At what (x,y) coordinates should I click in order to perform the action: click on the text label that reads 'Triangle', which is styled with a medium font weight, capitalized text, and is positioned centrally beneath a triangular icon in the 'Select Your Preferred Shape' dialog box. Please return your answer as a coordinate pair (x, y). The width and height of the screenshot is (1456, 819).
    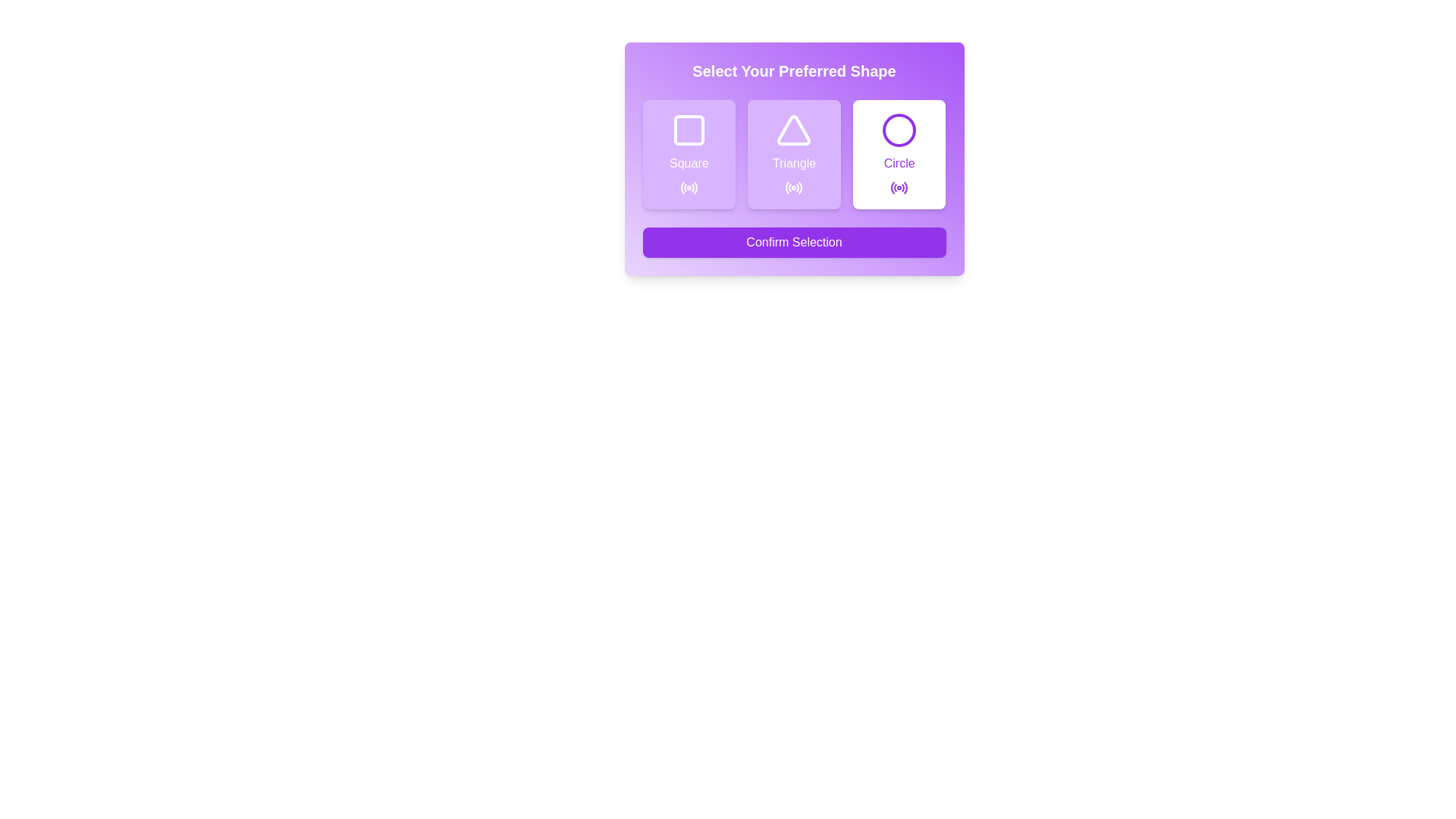
    Looking at the image, I should click on (793, 164).